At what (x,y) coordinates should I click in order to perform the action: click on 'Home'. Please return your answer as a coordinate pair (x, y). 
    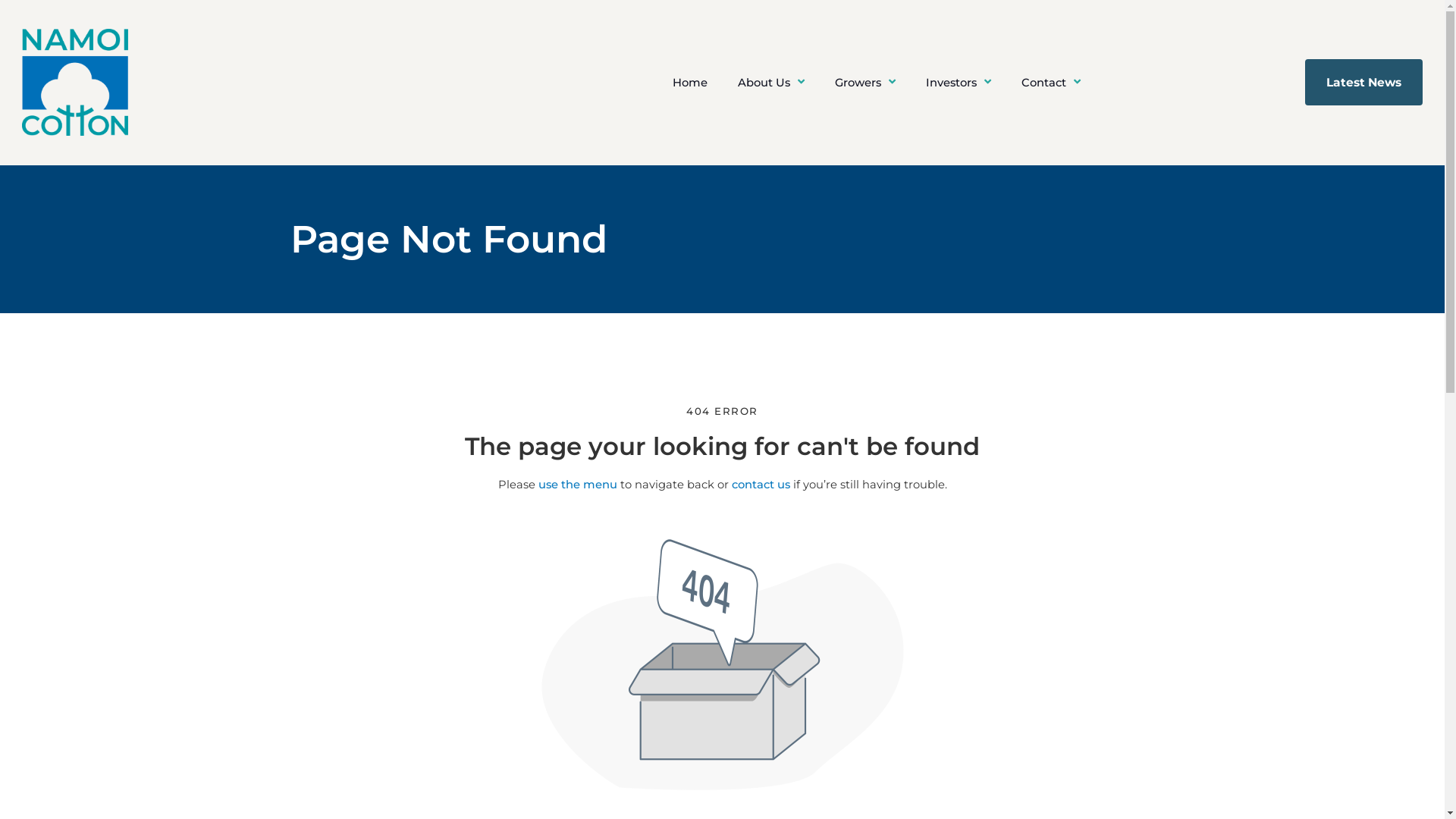
    Looking at the image, I should click on (689, 82).